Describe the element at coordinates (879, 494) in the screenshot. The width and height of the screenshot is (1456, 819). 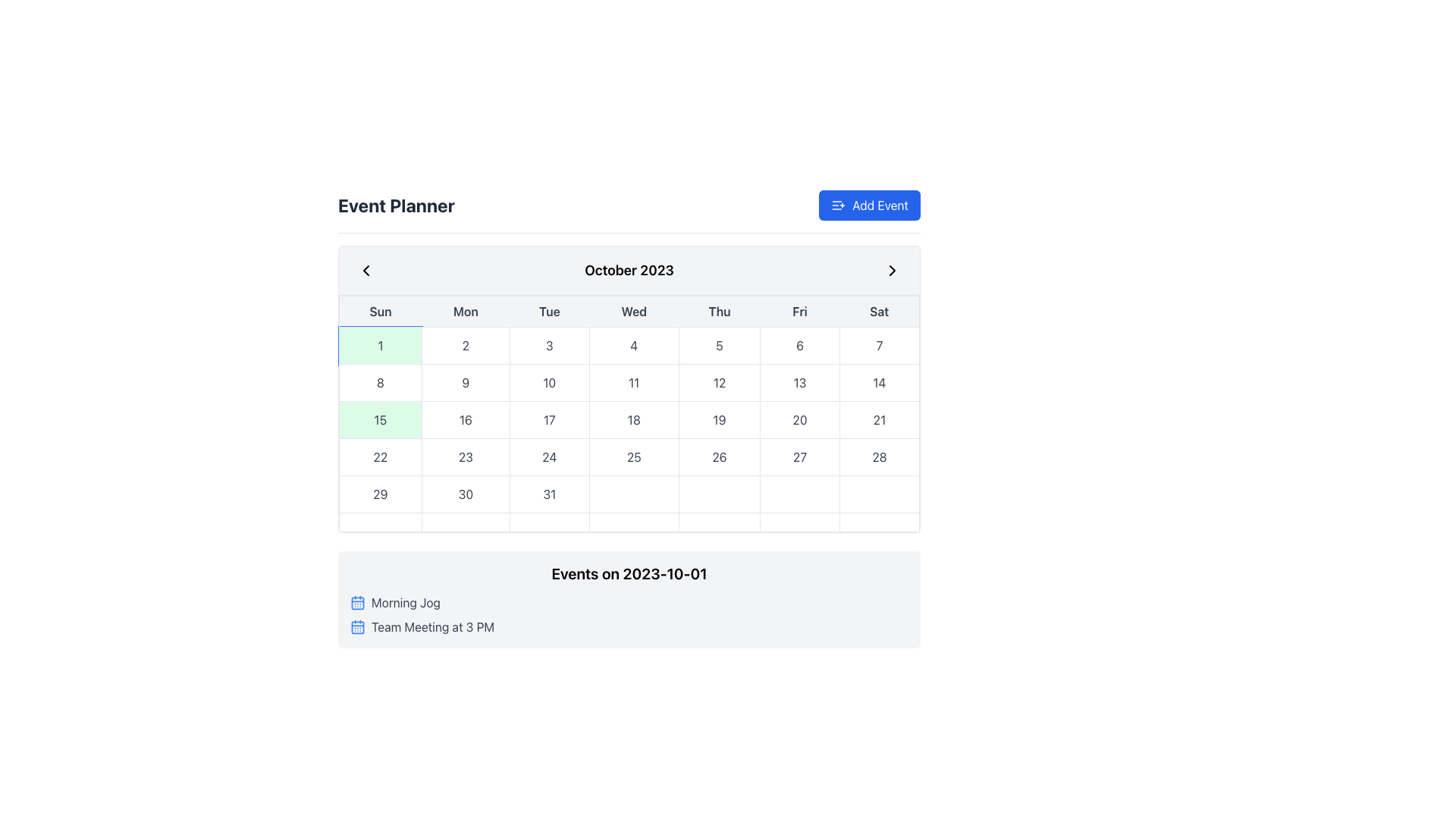
I see `on the 7th cell in the last row of the calendar grid, located under the Saturday column` at that location.